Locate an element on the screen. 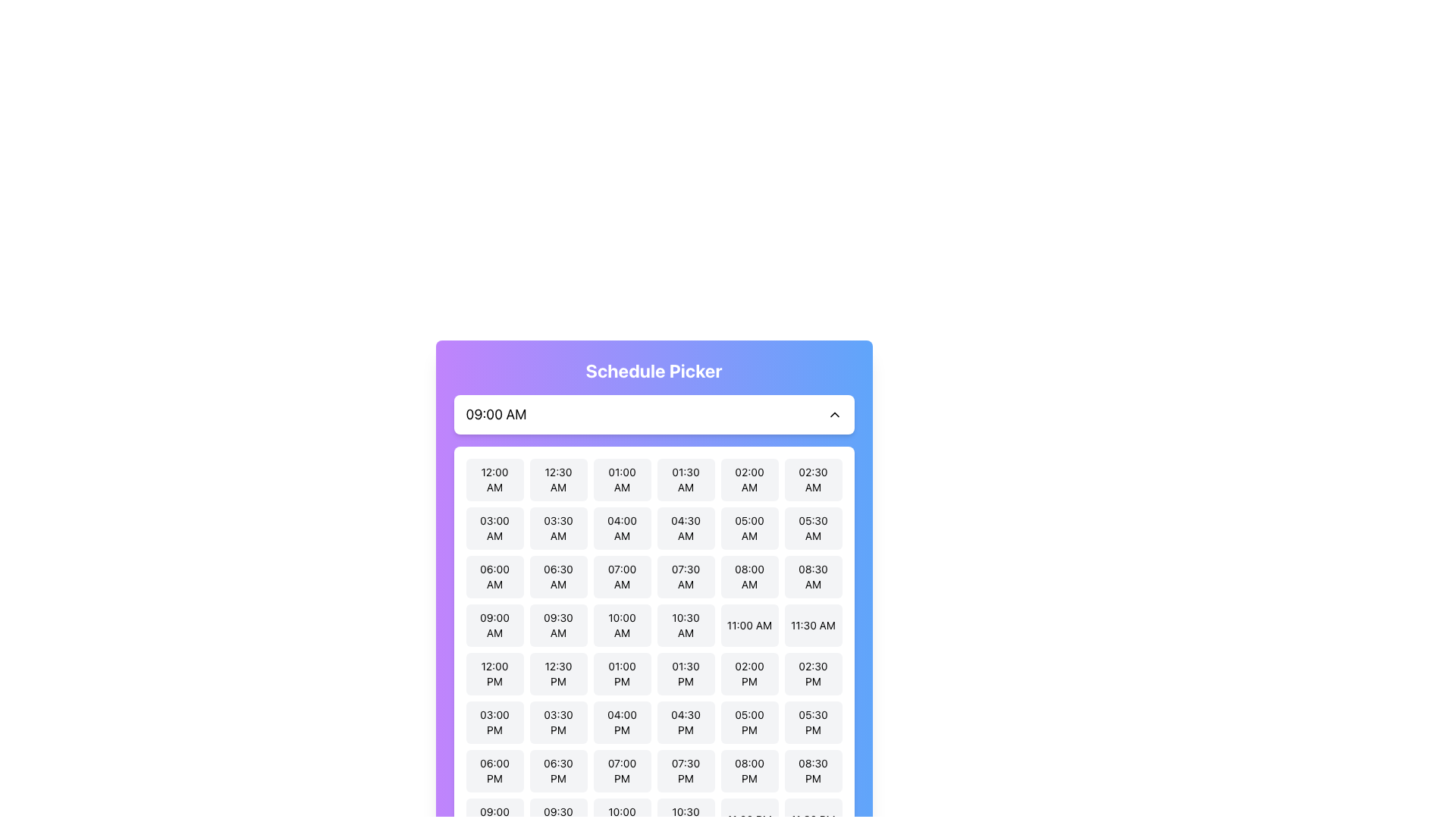  the button displaying '05:30 AM' in the 'Schedule Picker' panel is located at coordinates (812, 528).